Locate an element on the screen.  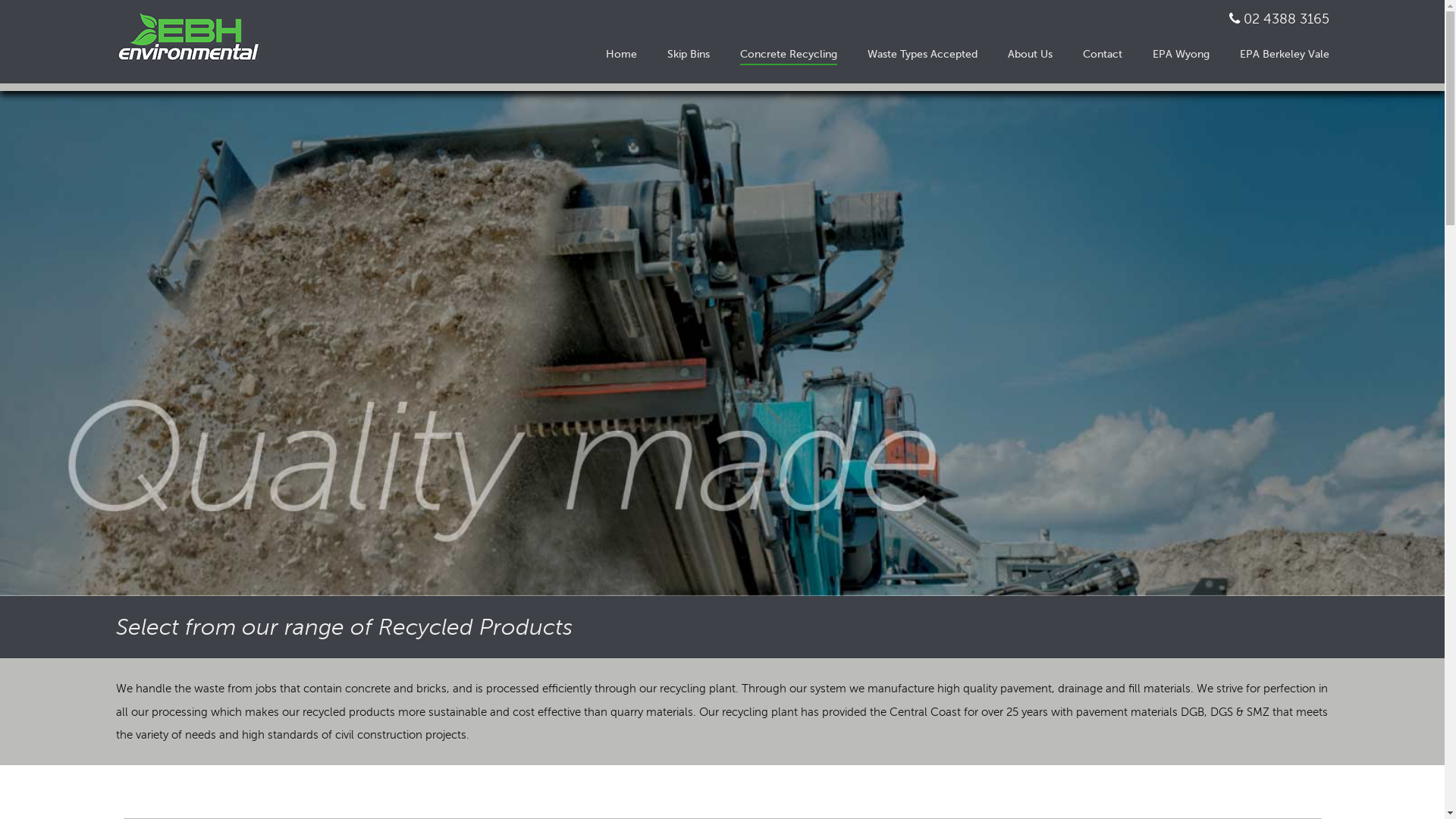
'Home' is located at coordinates (604, 53).